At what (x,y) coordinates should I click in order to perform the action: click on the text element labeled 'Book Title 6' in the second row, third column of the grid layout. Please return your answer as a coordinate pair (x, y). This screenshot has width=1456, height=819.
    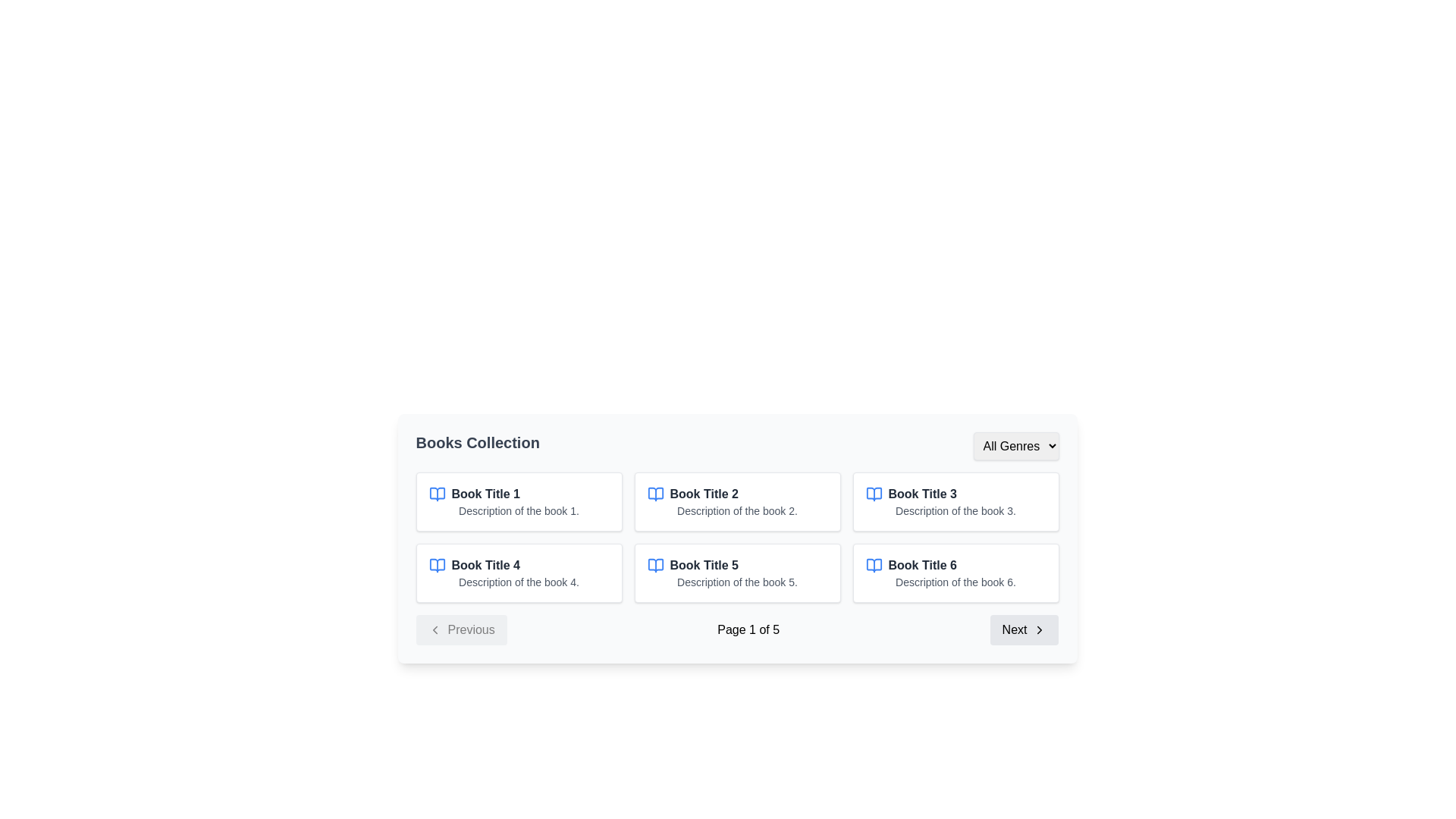
    Looking at the image, I should click on (955, 565).